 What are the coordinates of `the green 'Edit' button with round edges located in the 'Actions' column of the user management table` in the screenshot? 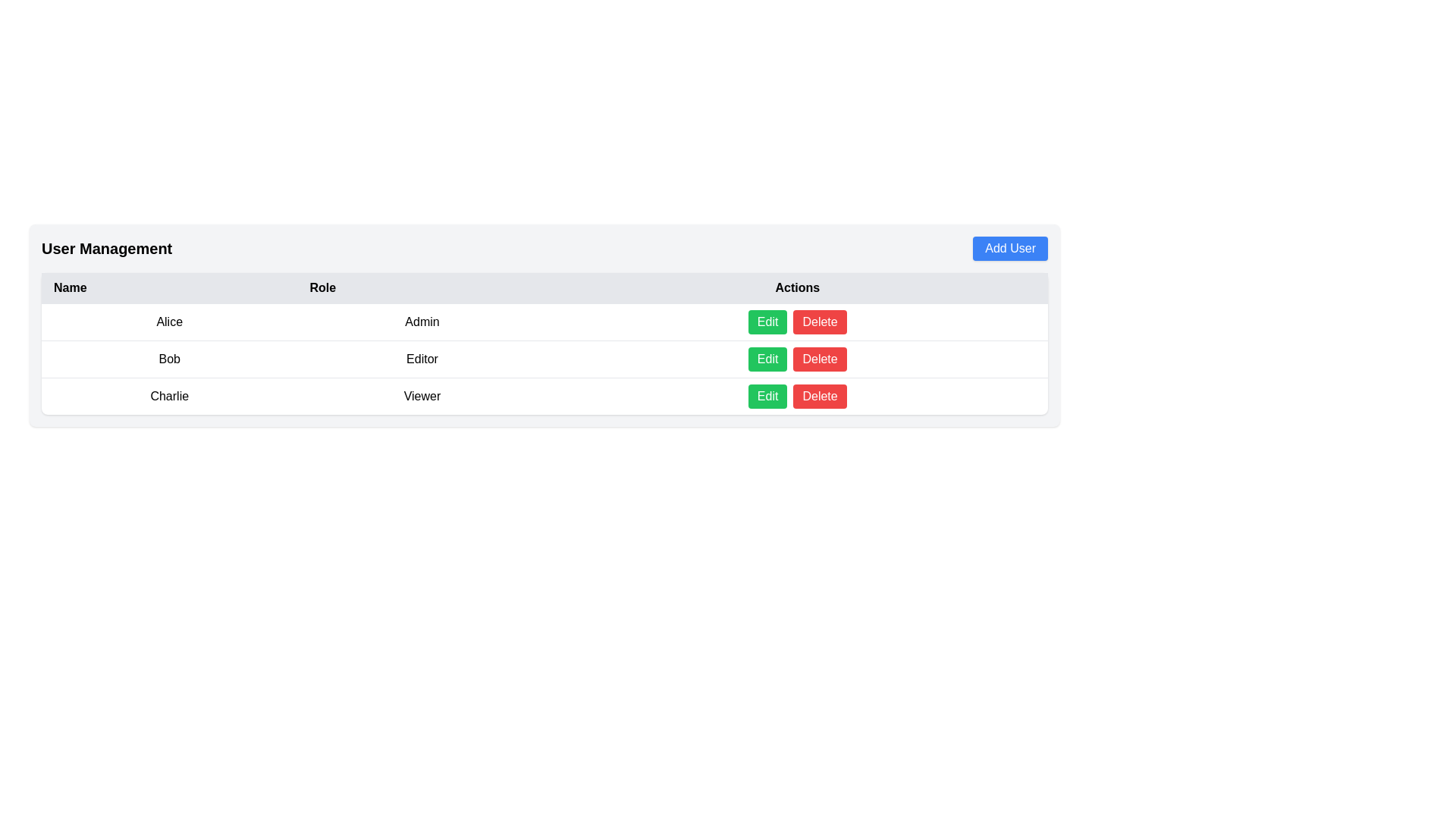 It's located at (767, 321).